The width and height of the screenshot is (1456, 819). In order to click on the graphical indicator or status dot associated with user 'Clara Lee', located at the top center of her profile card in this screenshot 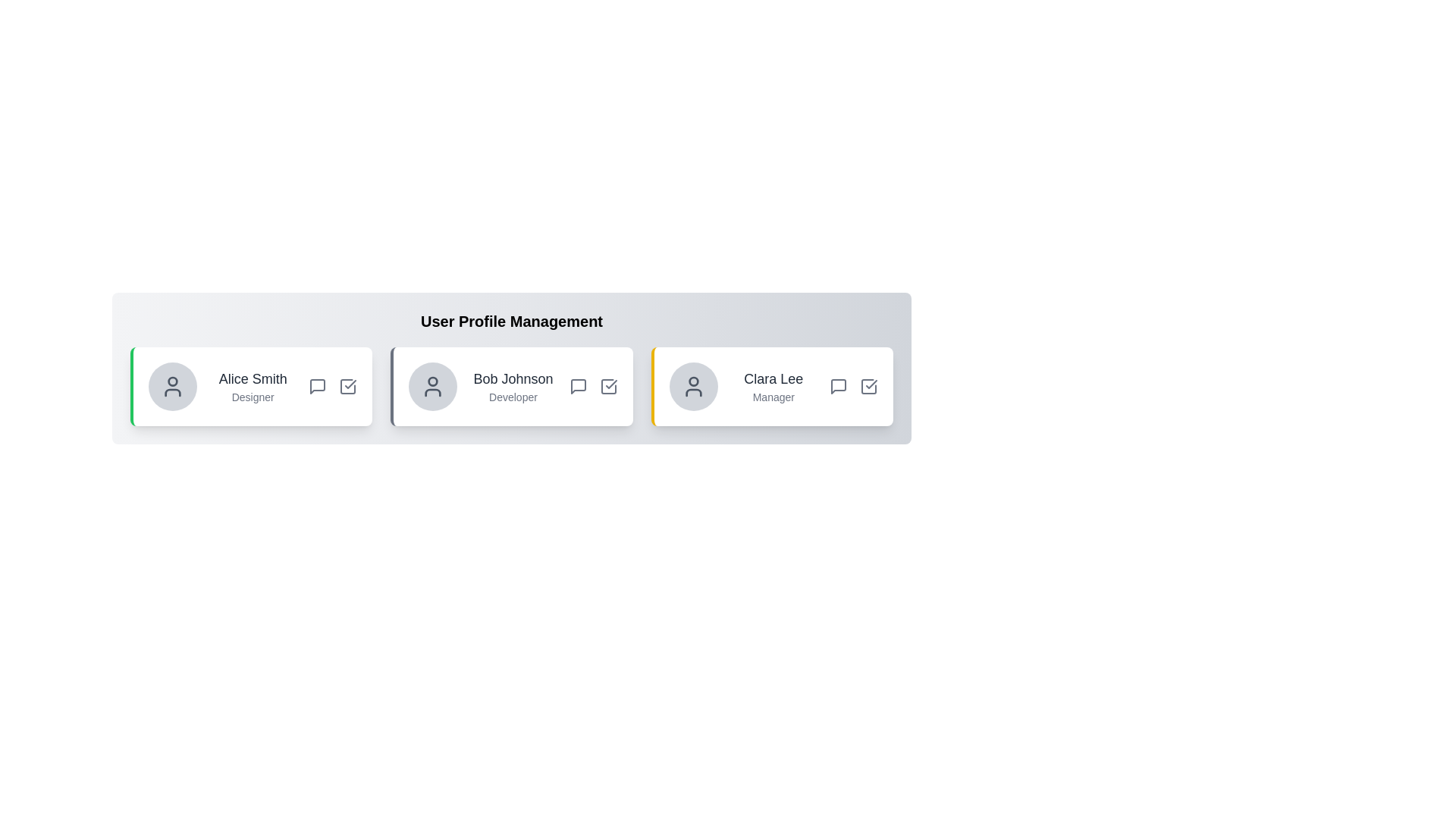, I will do `click(692, 381)`.